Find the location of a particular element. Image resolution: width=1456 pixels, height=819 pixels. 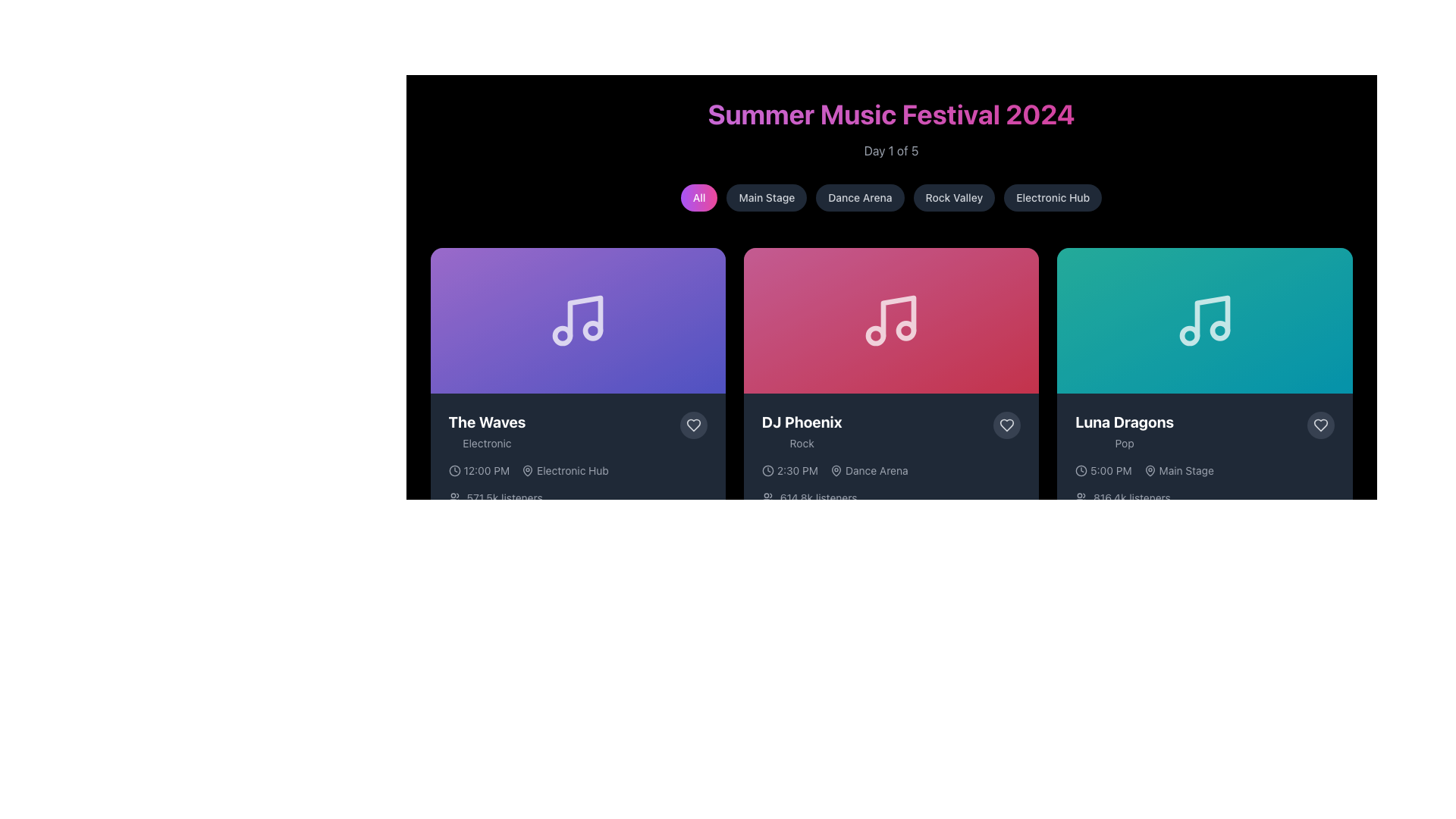

the first card in the grid layout is located at coordinates (577, 409).